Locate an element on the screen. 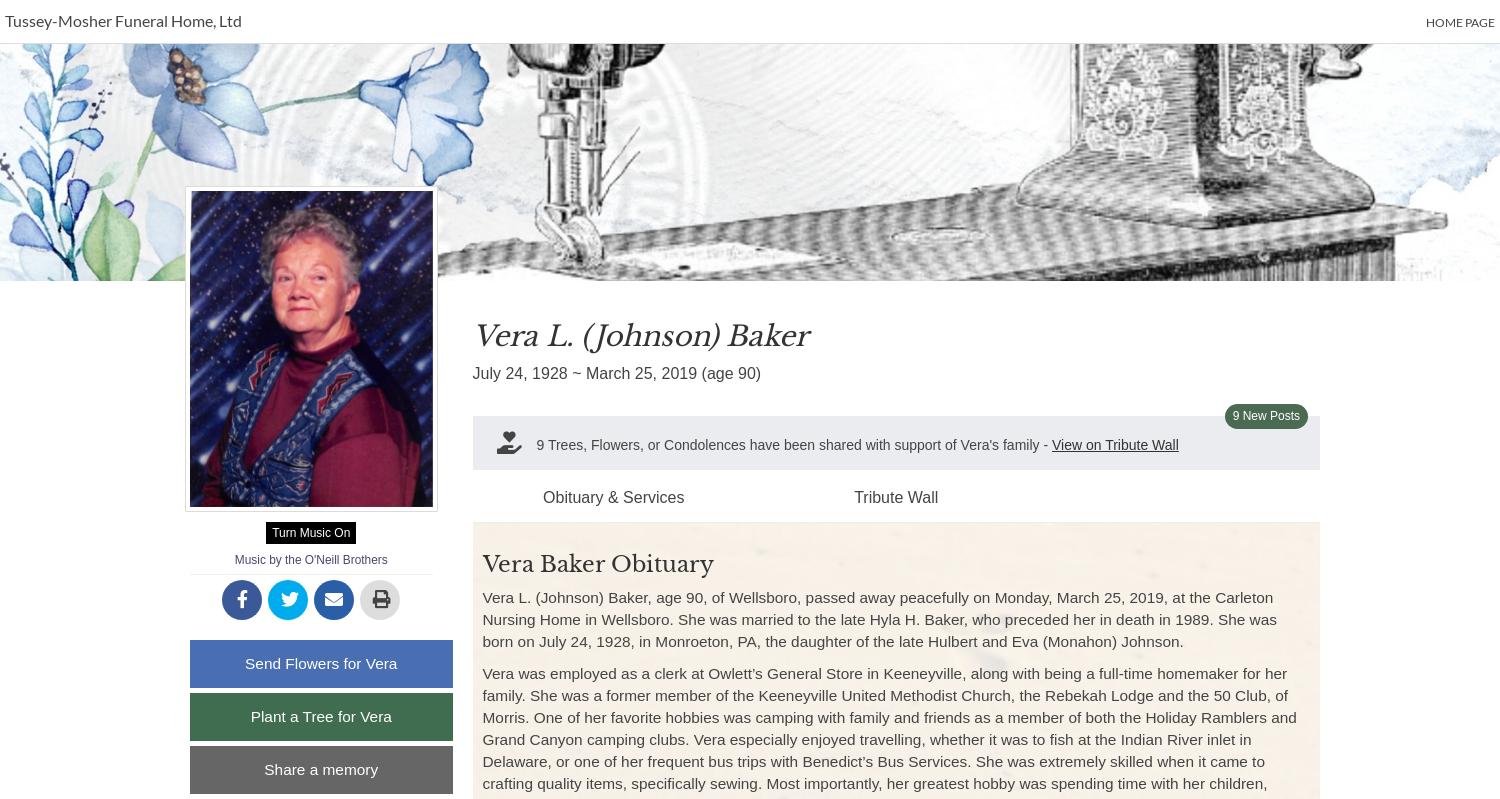 This screenshot has height=799, width=1500. '~' is located at coordinates (575, 373).